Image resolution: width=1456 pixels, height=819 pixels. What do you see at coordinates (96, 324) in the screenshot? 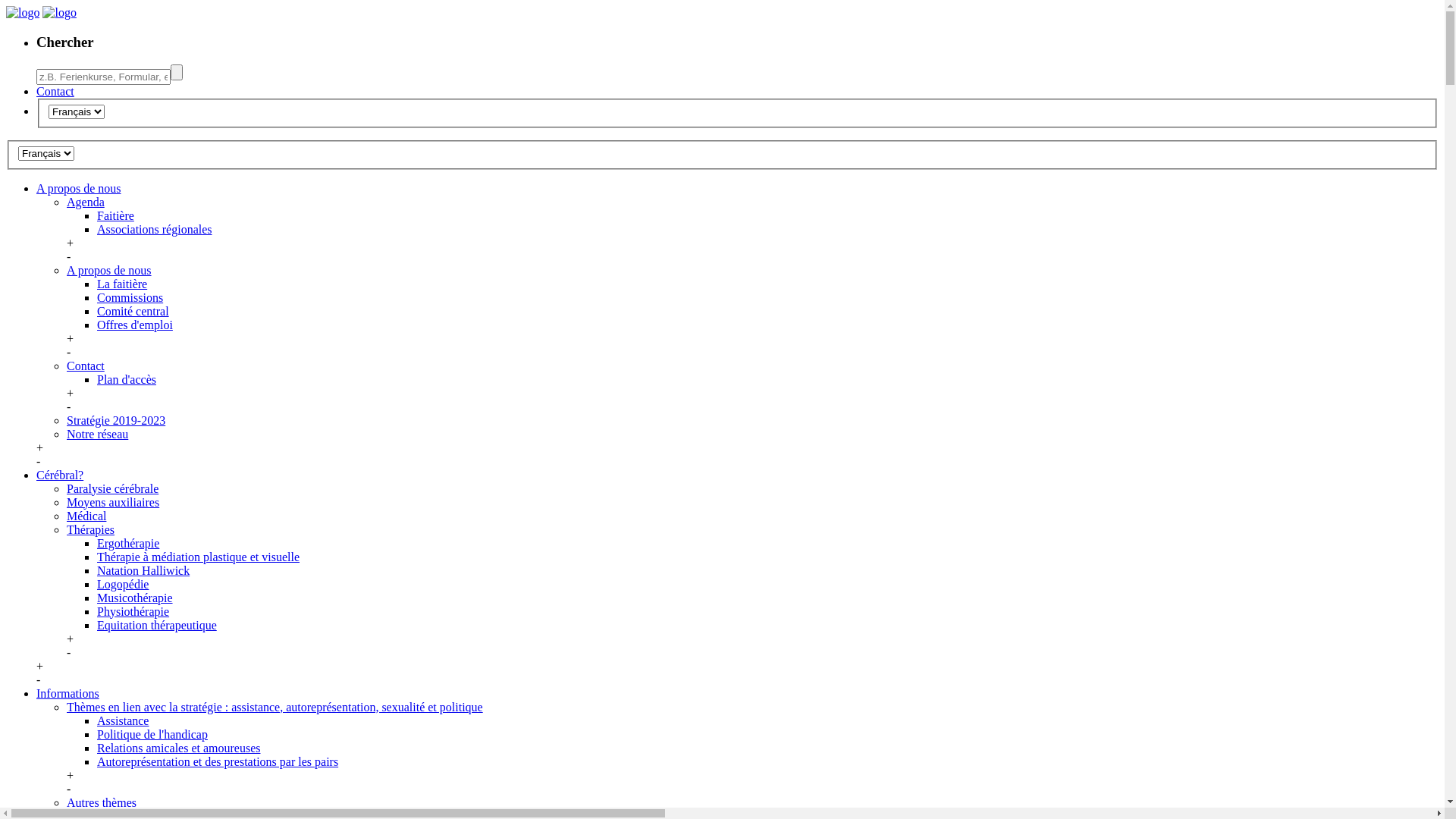
I see `'Offres d'emploi'` at bounding box center [96, 324].